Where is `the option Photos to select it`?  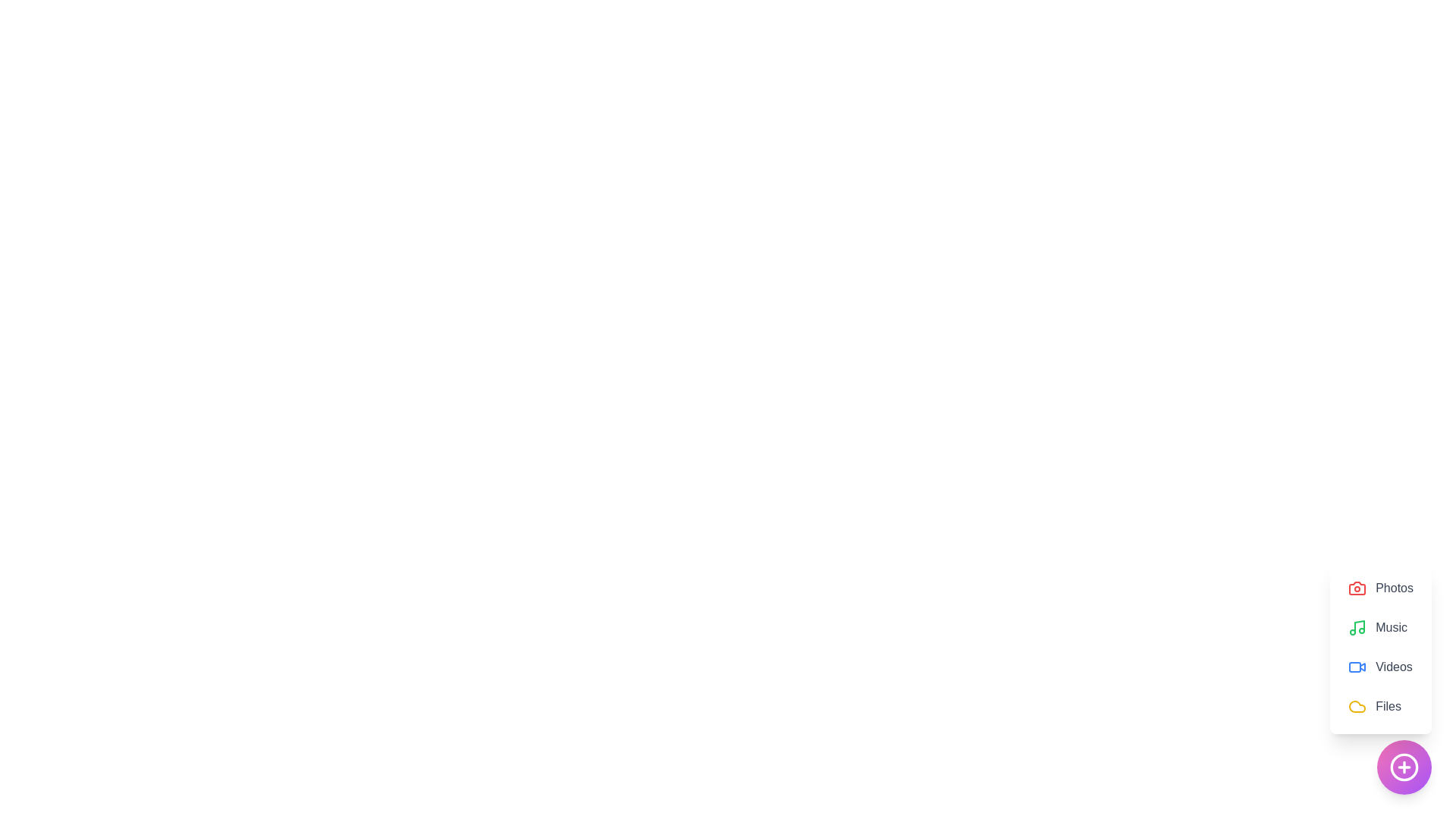 the option Photos to select it is located at coordinates (1380, 587).